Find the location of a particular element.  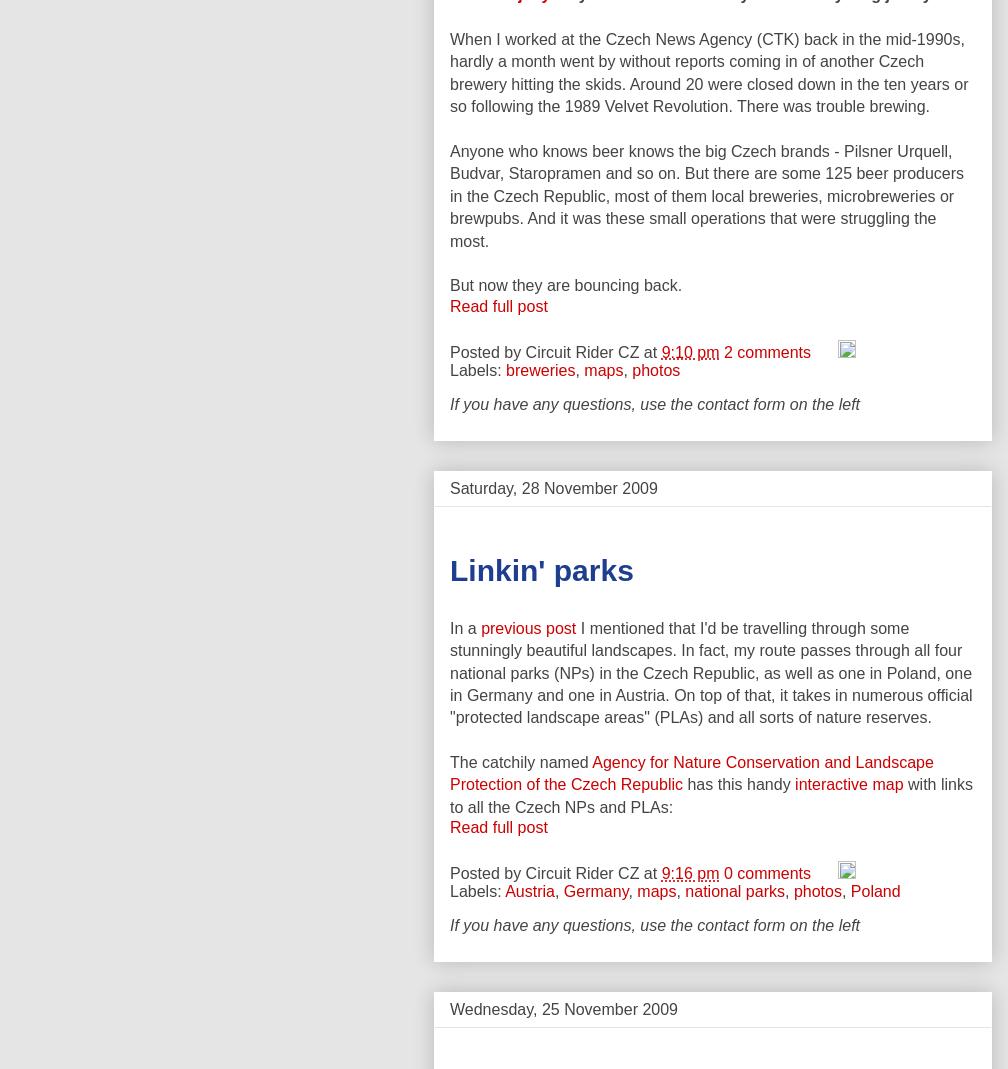

'national parks' is located at coordinates (685, 890).